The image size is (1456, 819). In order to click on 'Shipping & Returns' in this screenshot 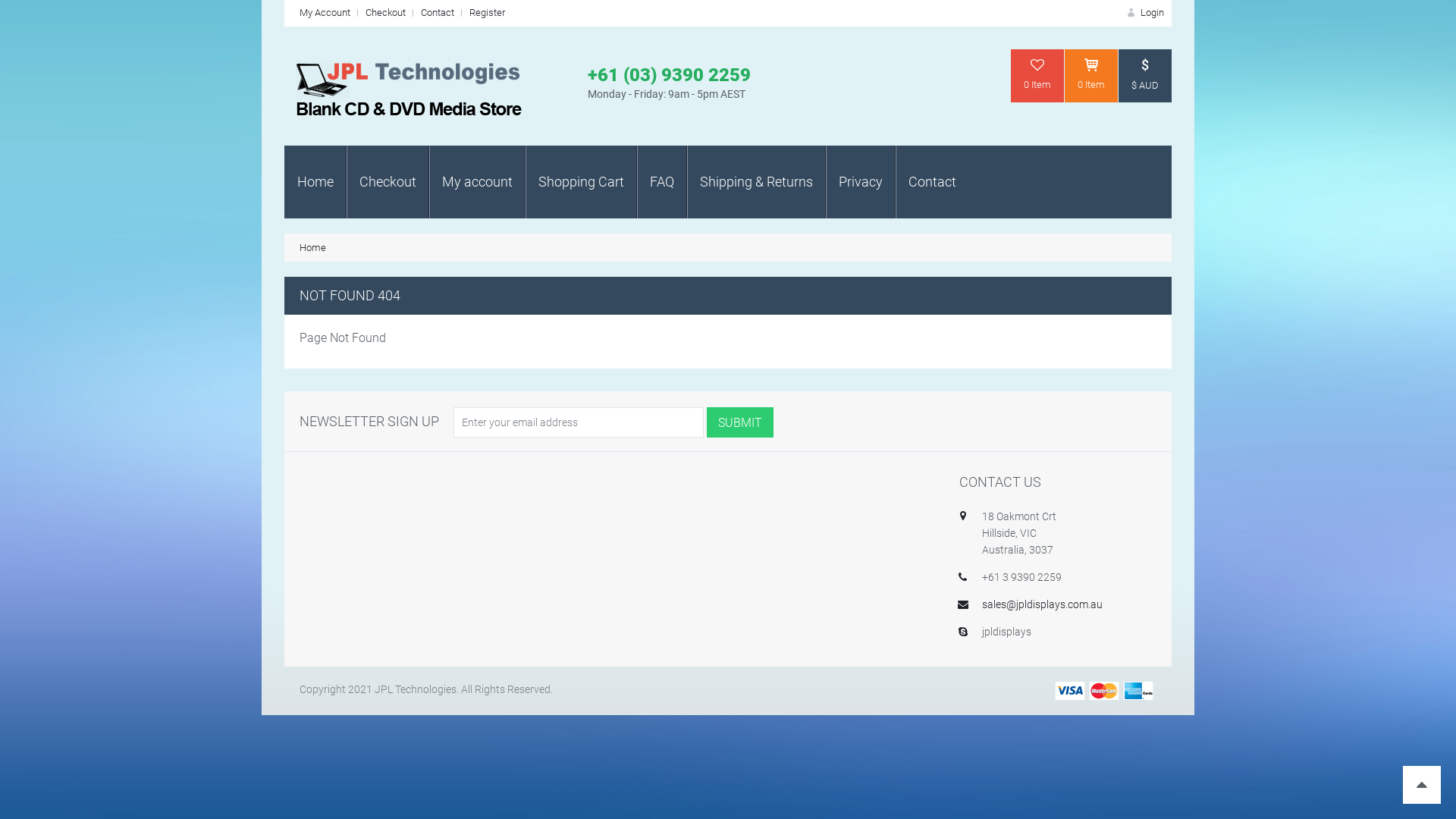, I will do `click(756, 180)`.